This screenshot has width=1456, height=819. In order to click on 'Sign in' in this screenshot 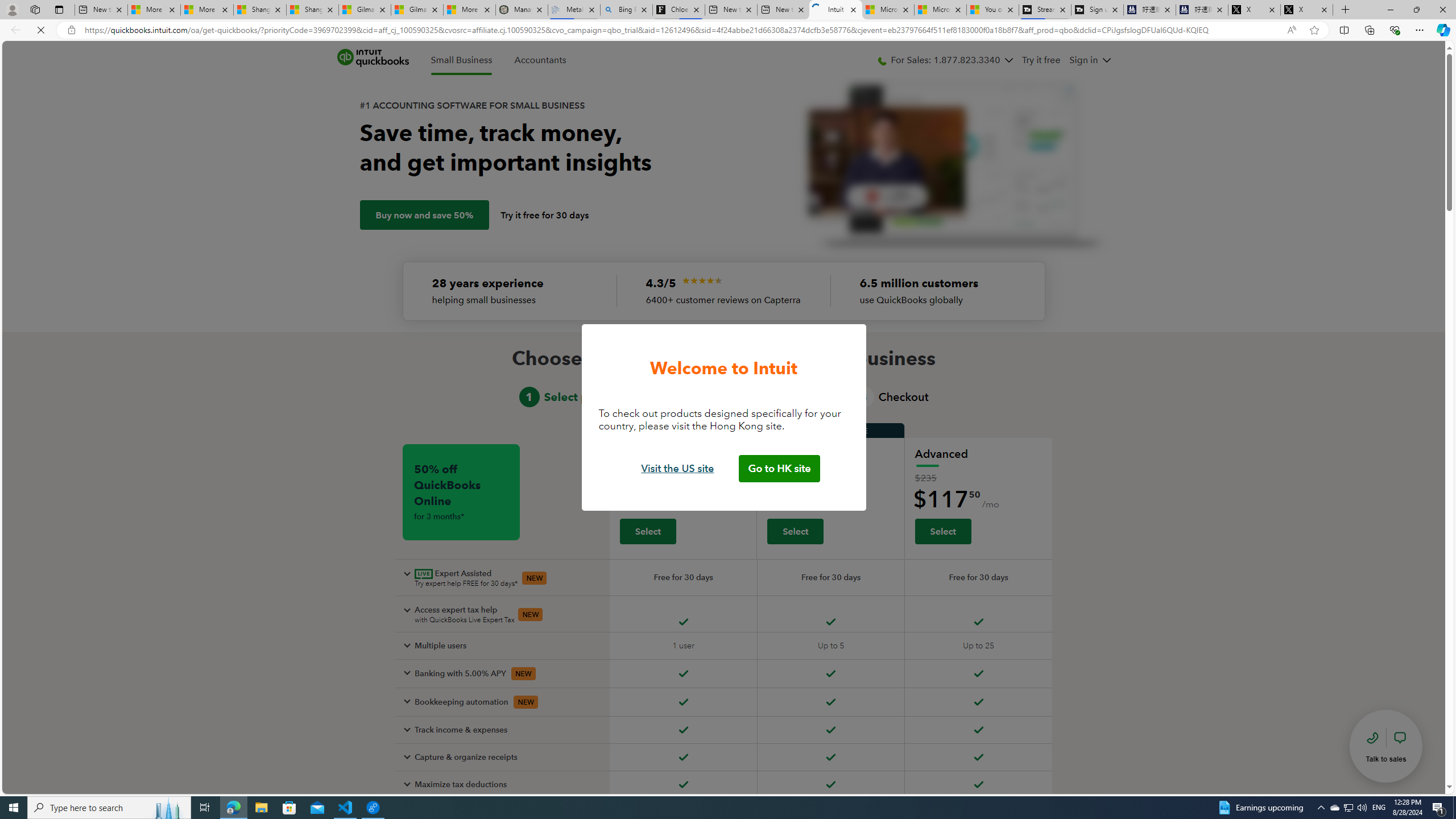, I will do `click(1089, 60)`.